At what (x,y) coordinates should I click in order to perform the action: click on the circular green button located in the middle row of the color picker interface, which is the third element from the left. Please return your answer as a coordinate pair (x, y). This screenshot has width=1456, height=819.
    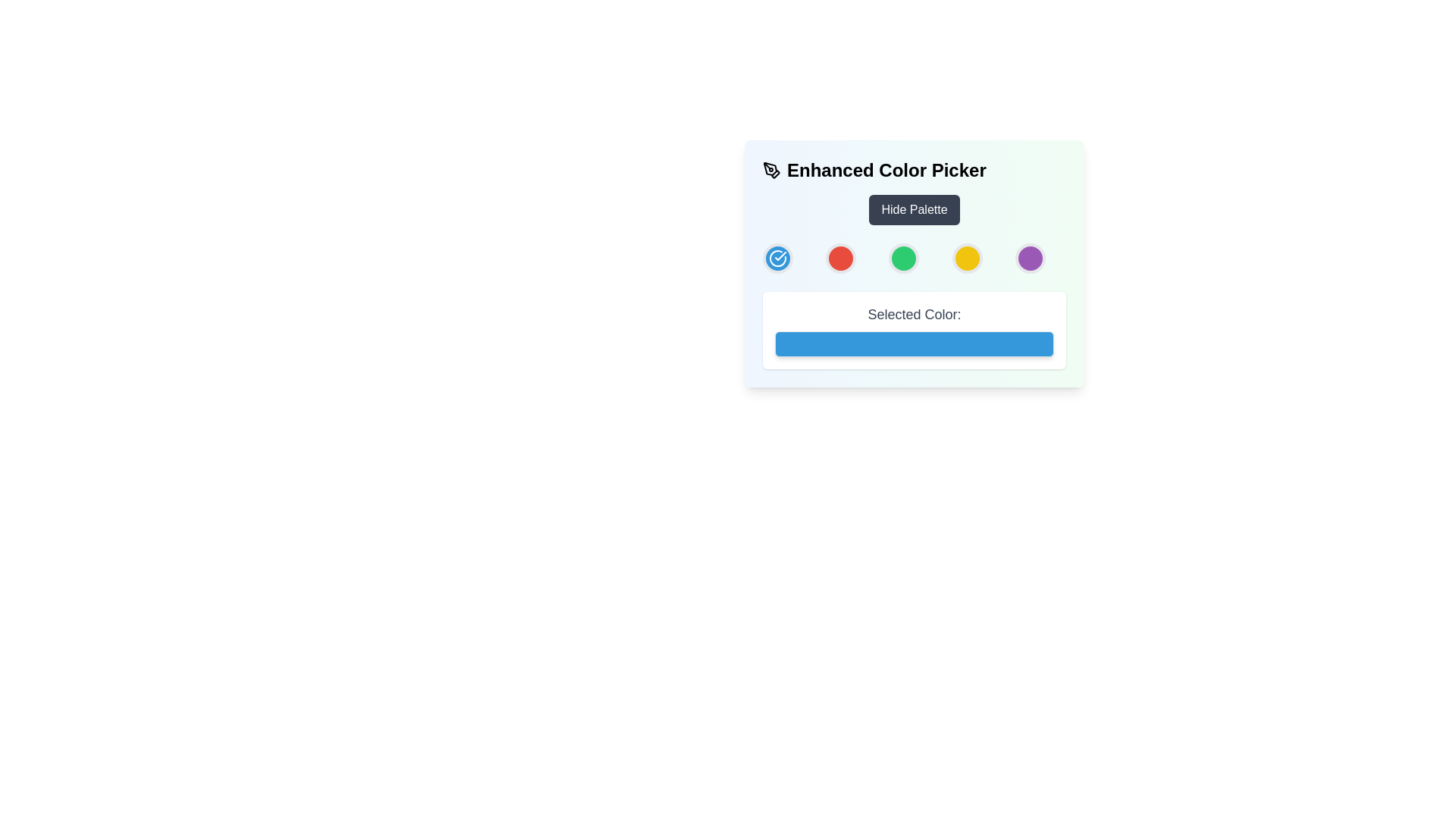
    Looking at the image, I should click on (904, 257).